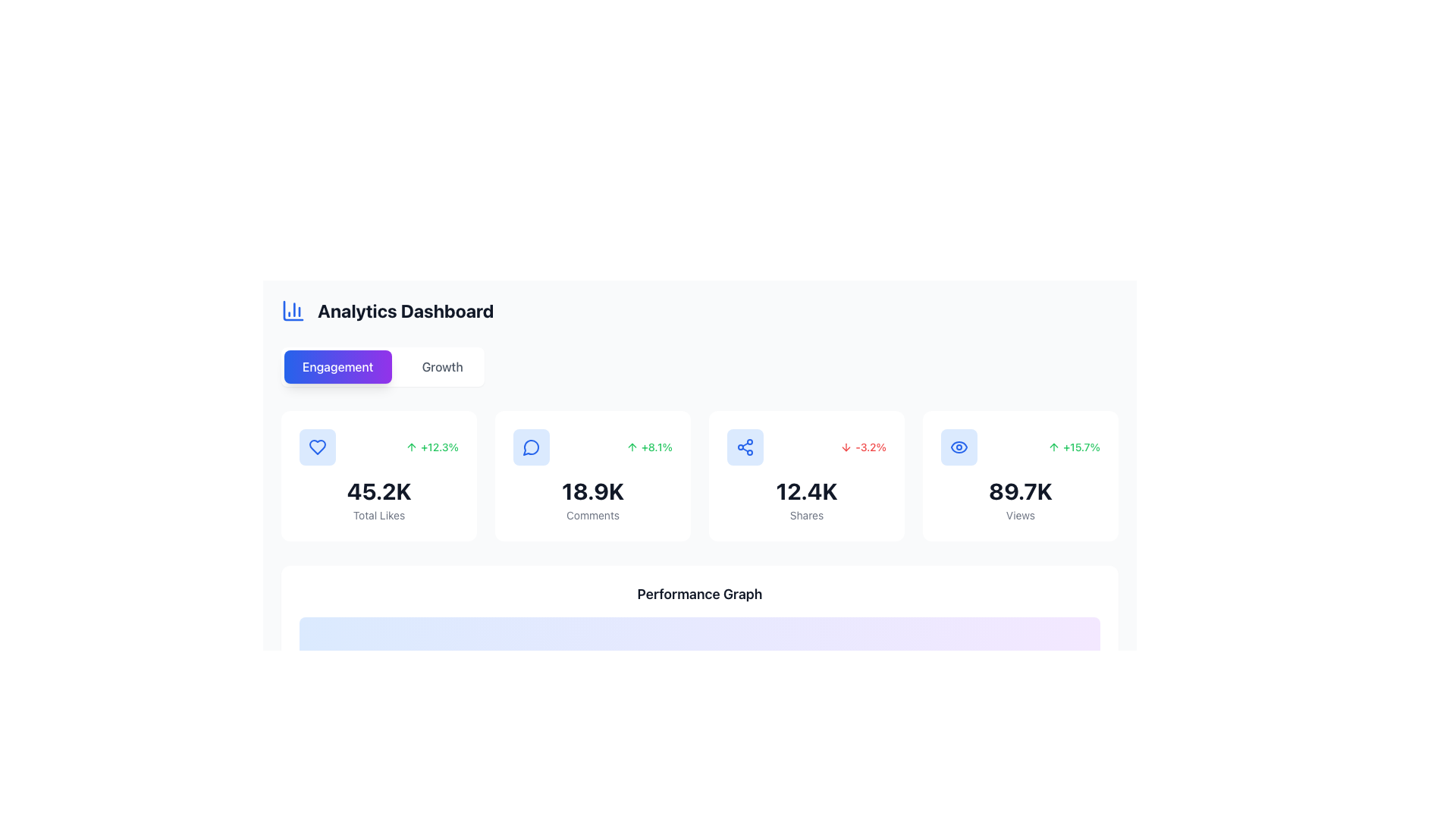  I want to click on the Text label with an accompanying arrow icon that indicates the percentage change for Comments, located above the numerical figure '18.9K' in the second card of horizontally aligned metrics, so click(649, 447).